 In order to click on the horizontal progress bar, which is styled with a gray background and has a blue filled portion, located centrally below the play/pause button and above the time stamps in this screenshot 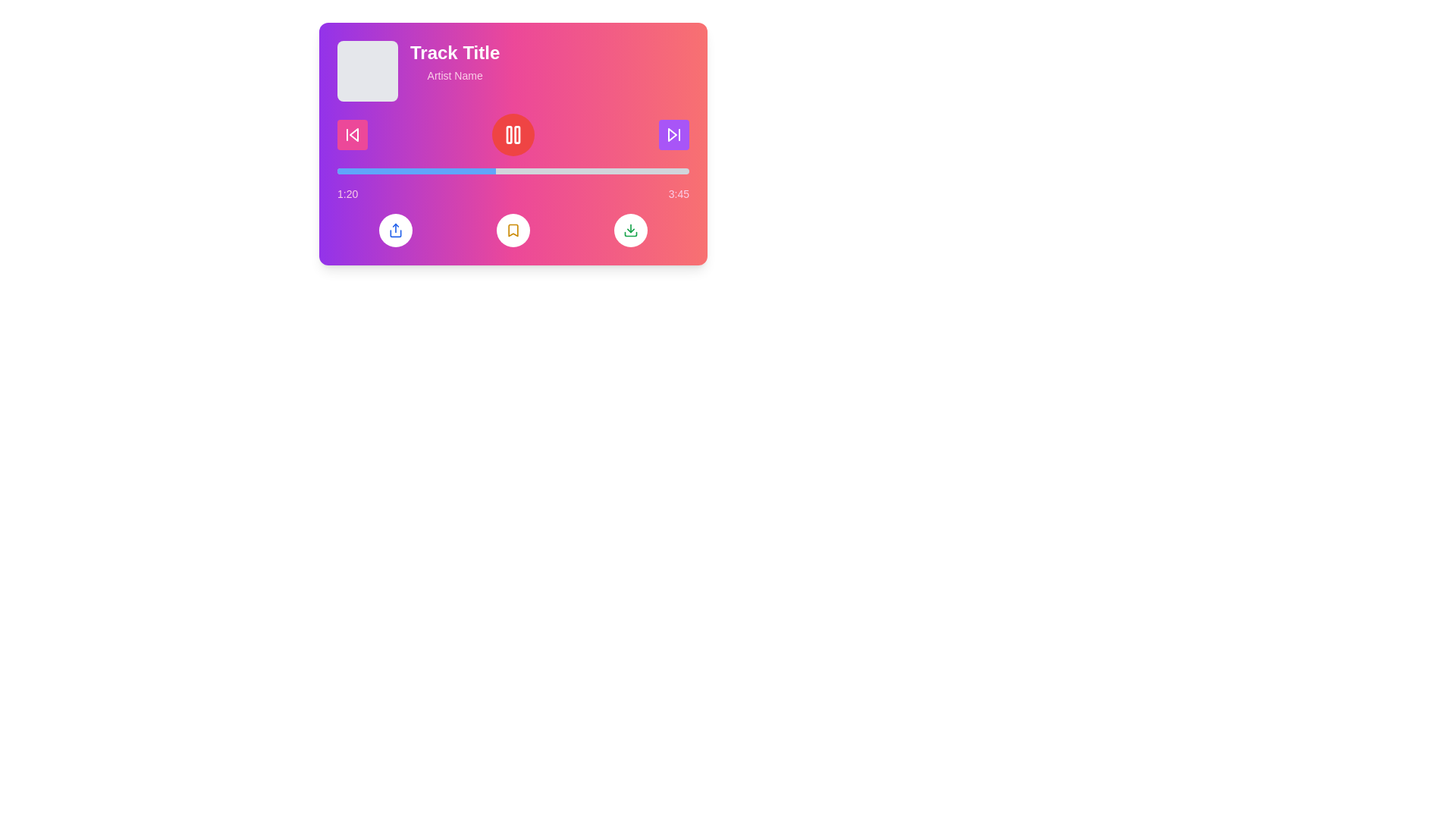, I will do `click(513, 171)`.